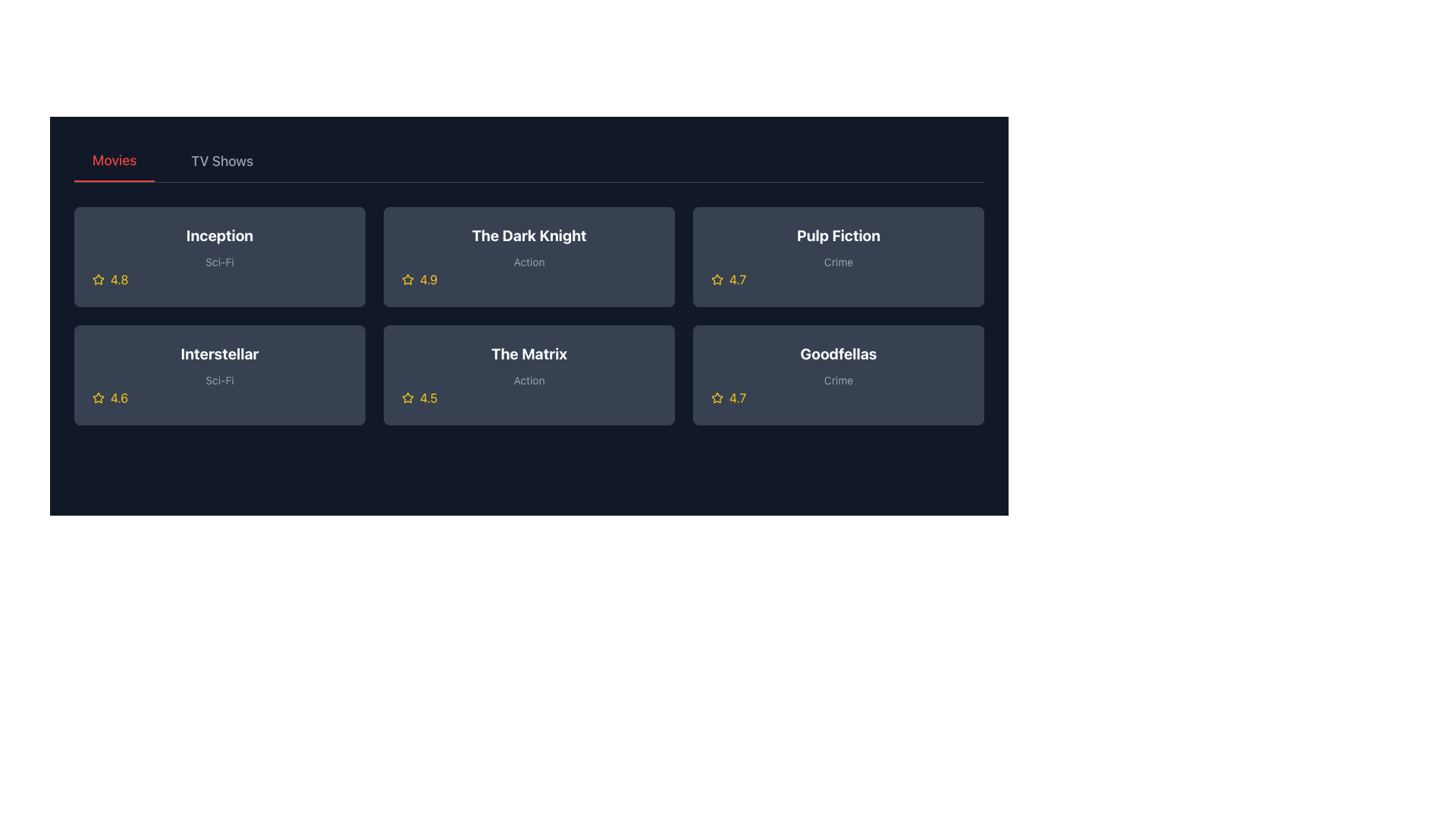 The height and width of the screenshot is (819, 1456). Describe the element at coordinates (529, 366) in the screenshot. I see `the movie card displaying 'The Matrix' in the second row of a grid of six cards` at that location.